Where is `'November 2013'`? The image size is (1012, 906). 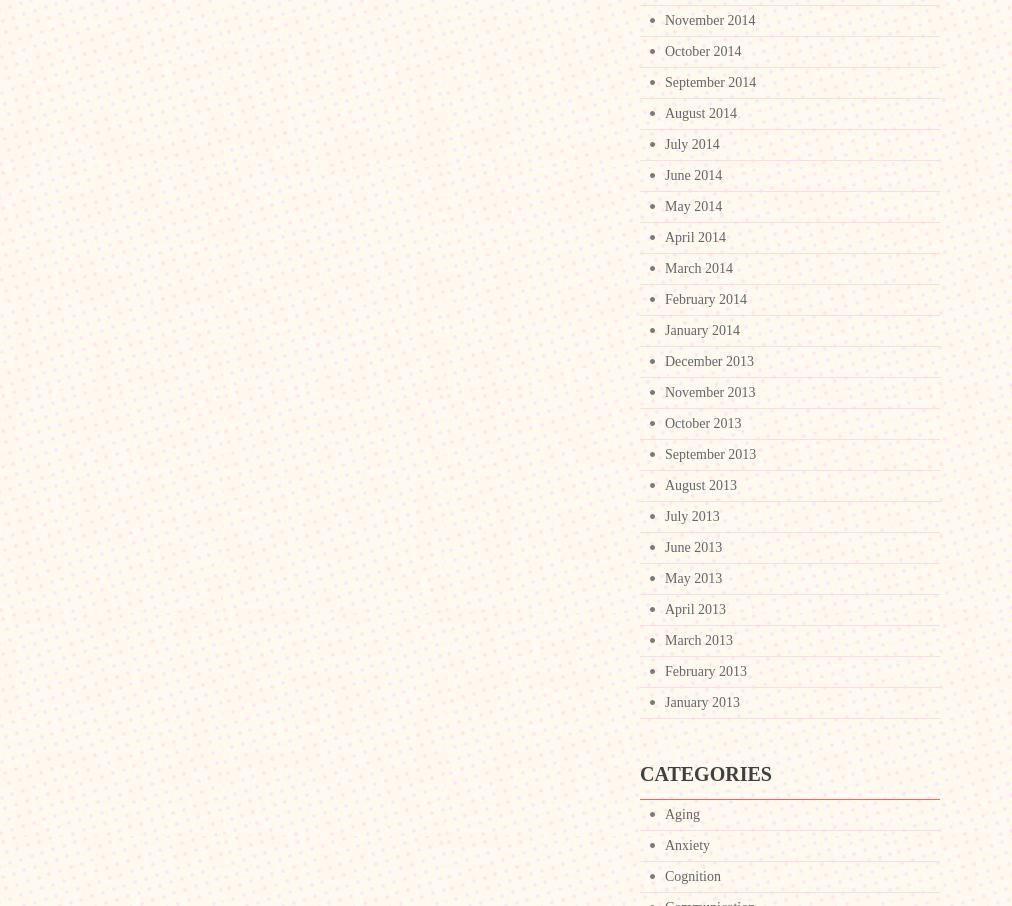
'November 2013' is located at coordinates (664, 391).